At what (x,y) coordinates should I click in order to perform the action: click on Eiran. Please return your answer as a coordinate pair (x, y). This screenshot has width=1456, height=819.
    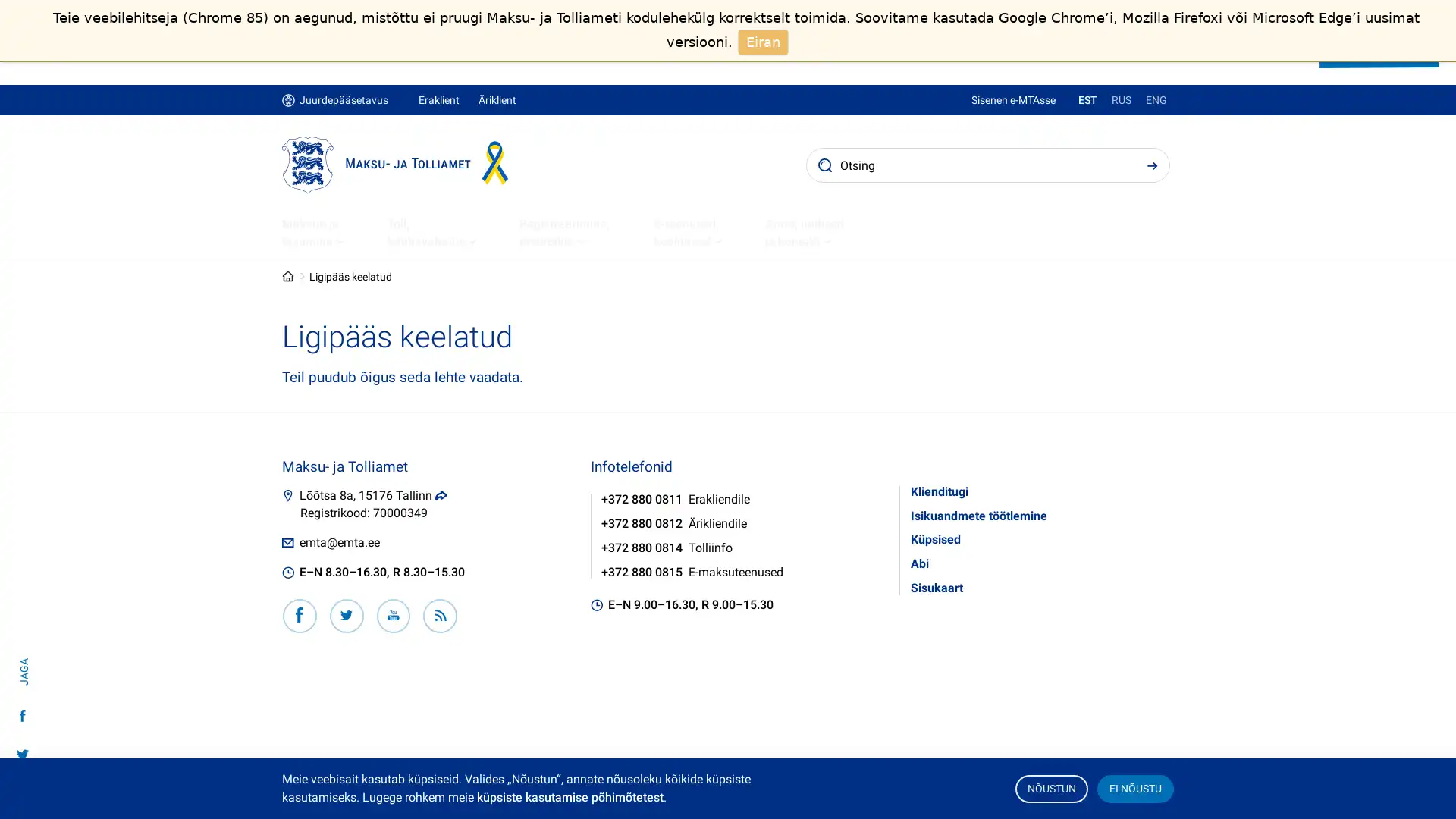
    Looking at the image, I should click on (763, 41).